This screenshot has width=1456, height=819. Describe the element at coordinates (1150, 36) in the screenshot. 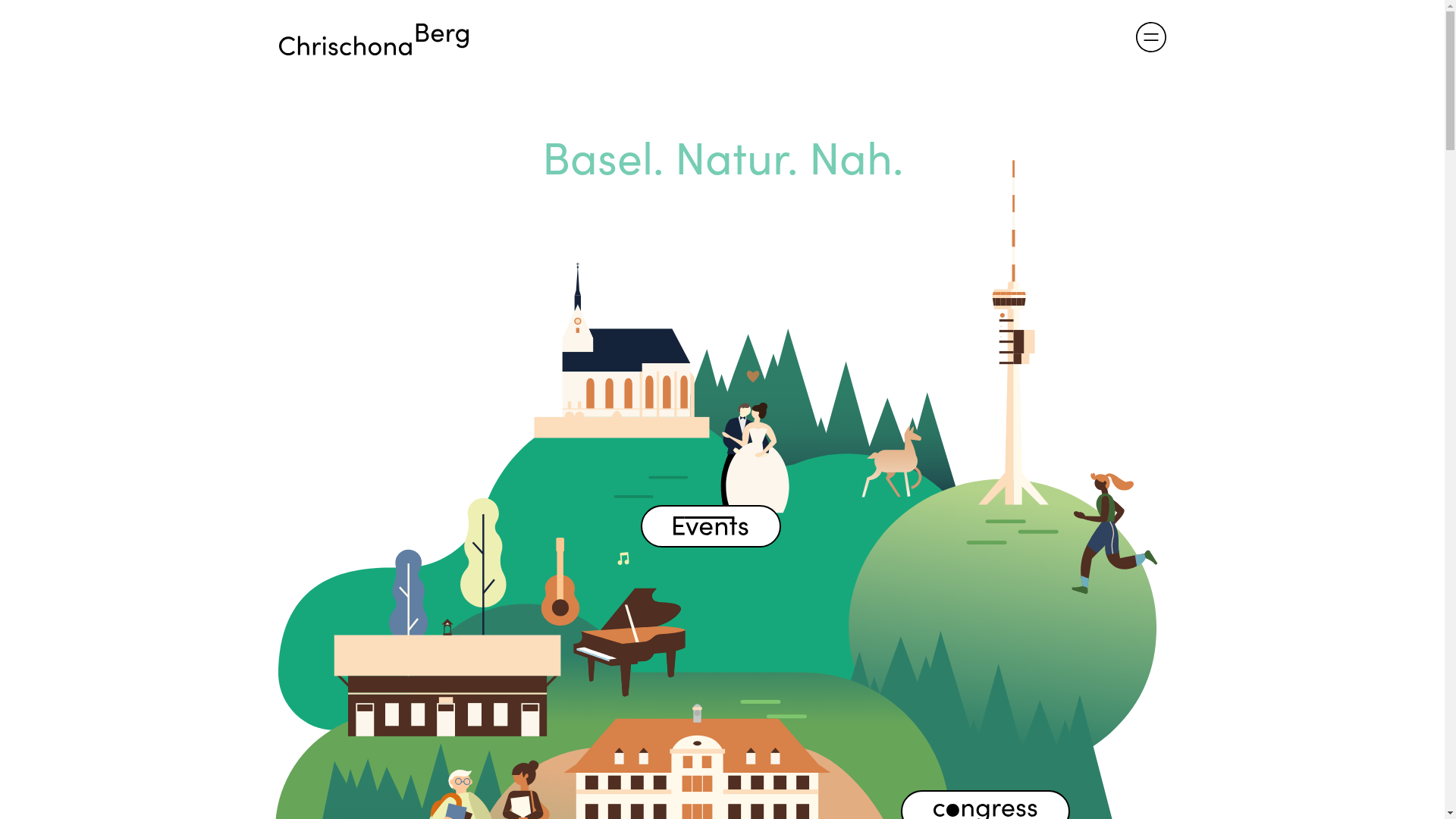

I see `'menu-icon-03'` at that location.